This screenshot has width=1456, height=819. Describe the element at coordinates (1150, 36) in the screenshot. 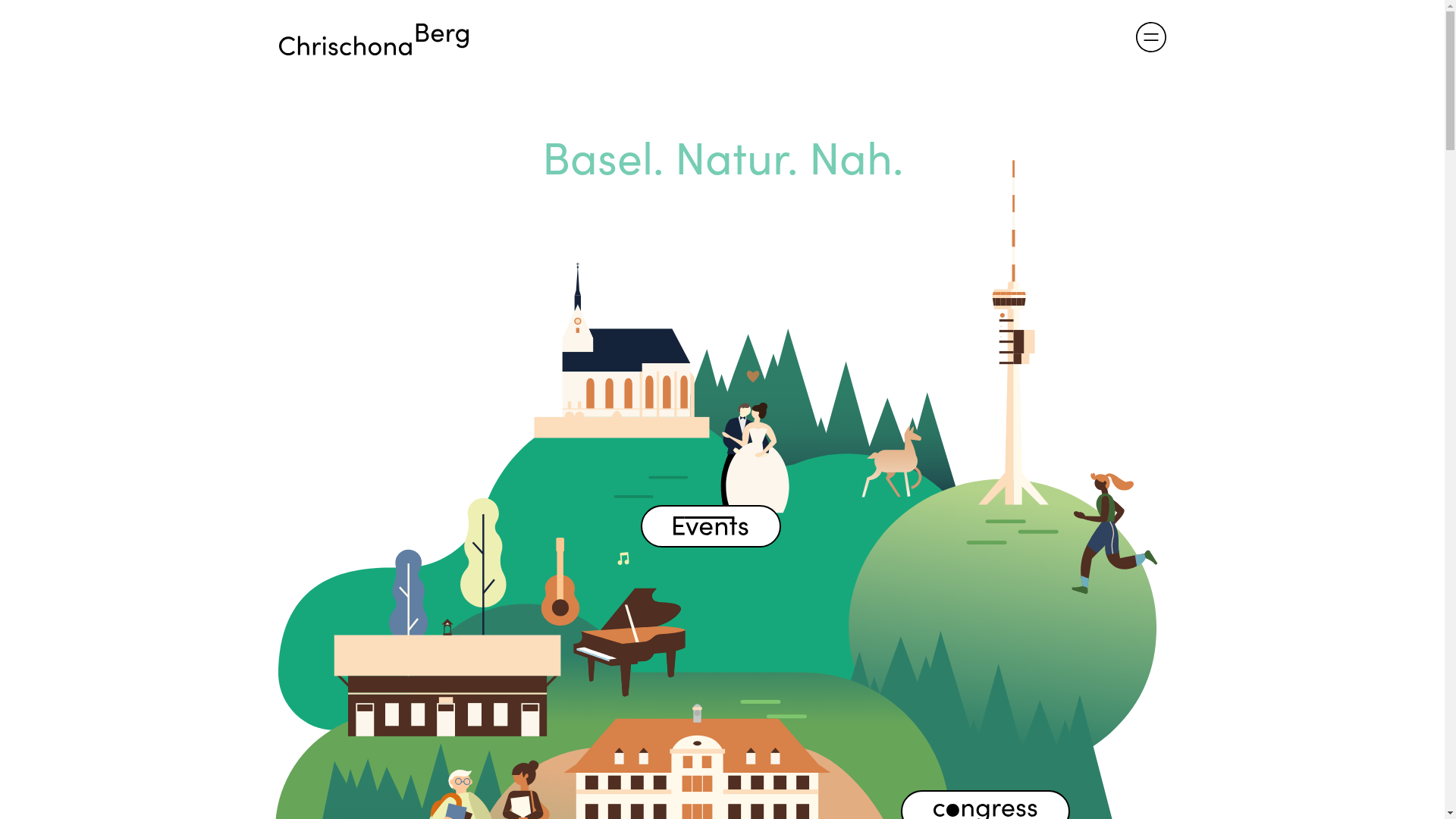

I see `'menu-icon-03'` at that location.